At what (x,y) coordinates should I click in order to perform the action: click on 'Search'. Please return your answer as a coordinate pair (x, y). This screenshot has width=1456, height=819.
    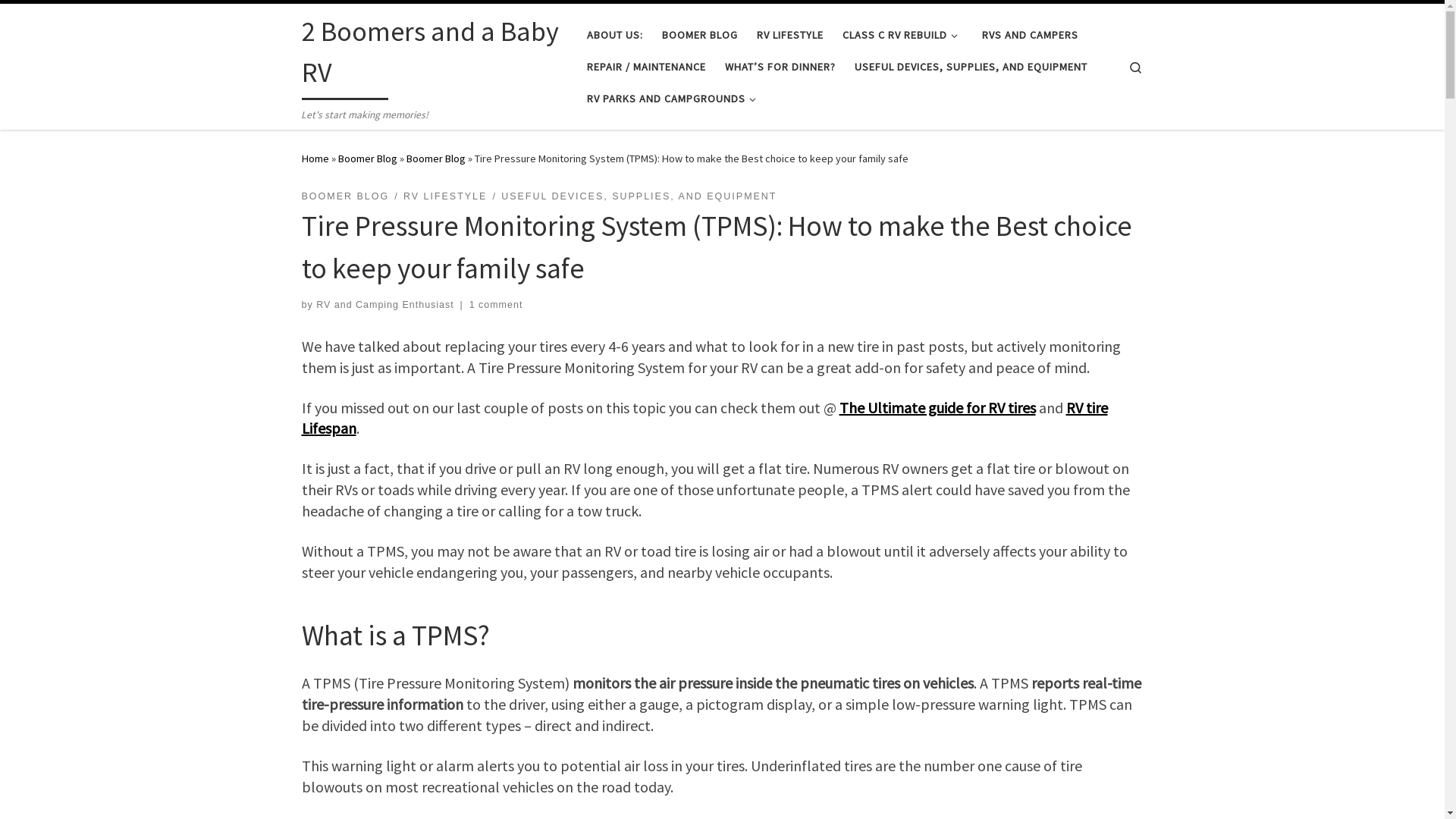
    Looking at the image, I should click on (1135, 65).